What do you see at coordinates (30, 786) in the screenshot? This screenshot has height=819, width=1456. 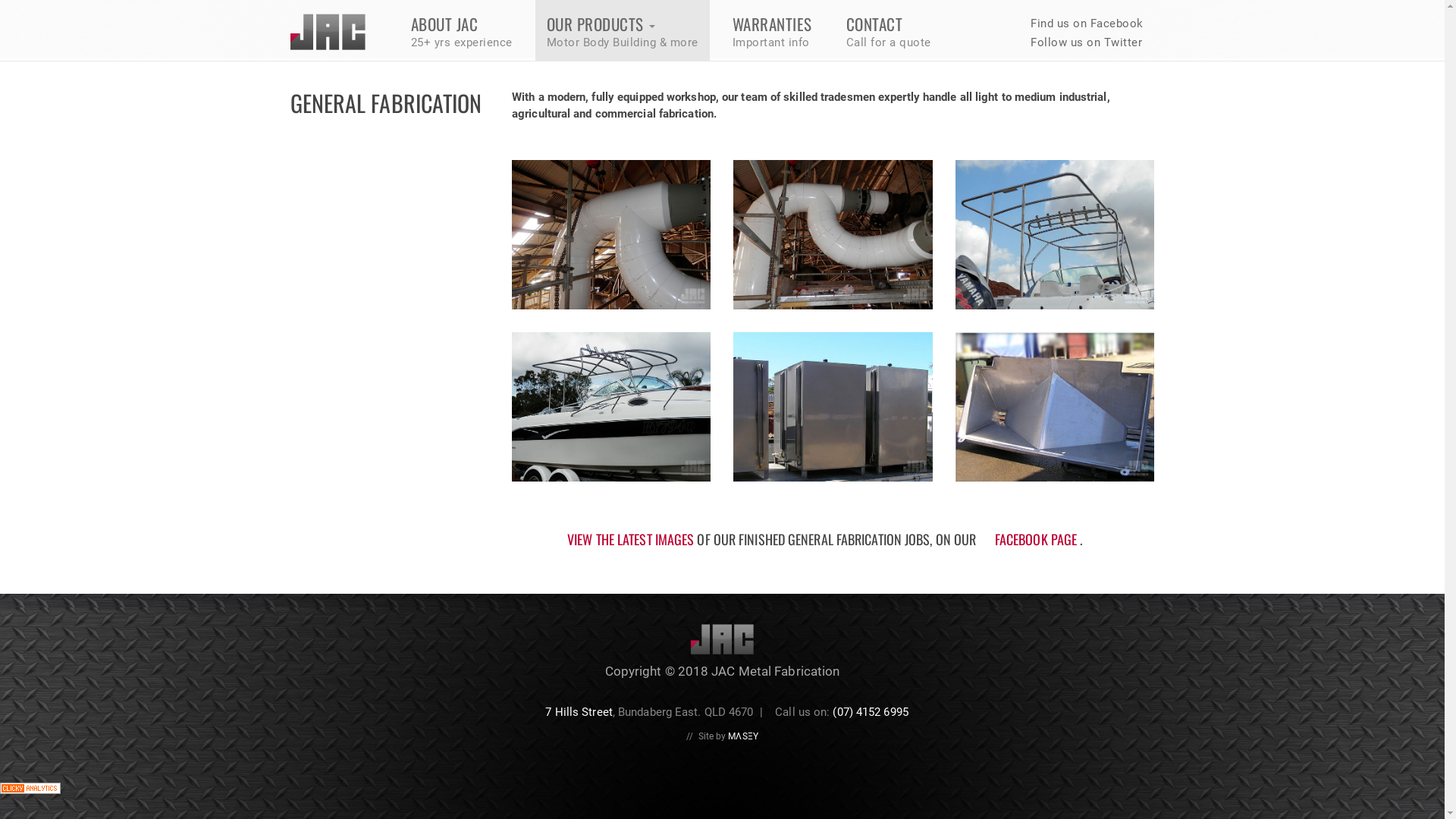 I see `'Web Statistics'` at bounding box center [30, 786].